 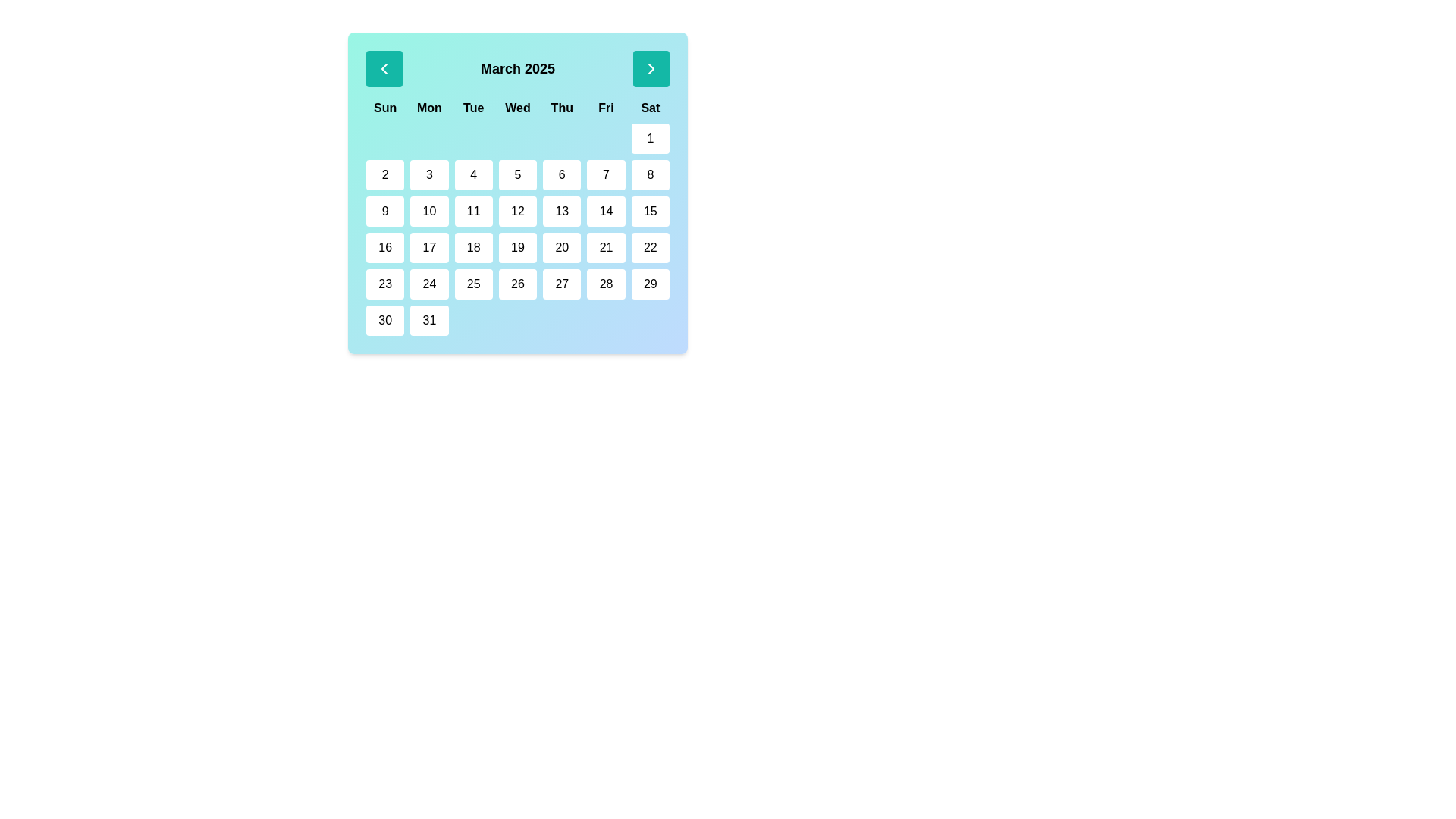 What do you see at coordinates (605, 107) in the screenshot?
I see `the bold text label displaying 'Fri' in the header section of the calendar grid layout, which is the sixth column representing the days of the week` at bounding box center [605, 107].